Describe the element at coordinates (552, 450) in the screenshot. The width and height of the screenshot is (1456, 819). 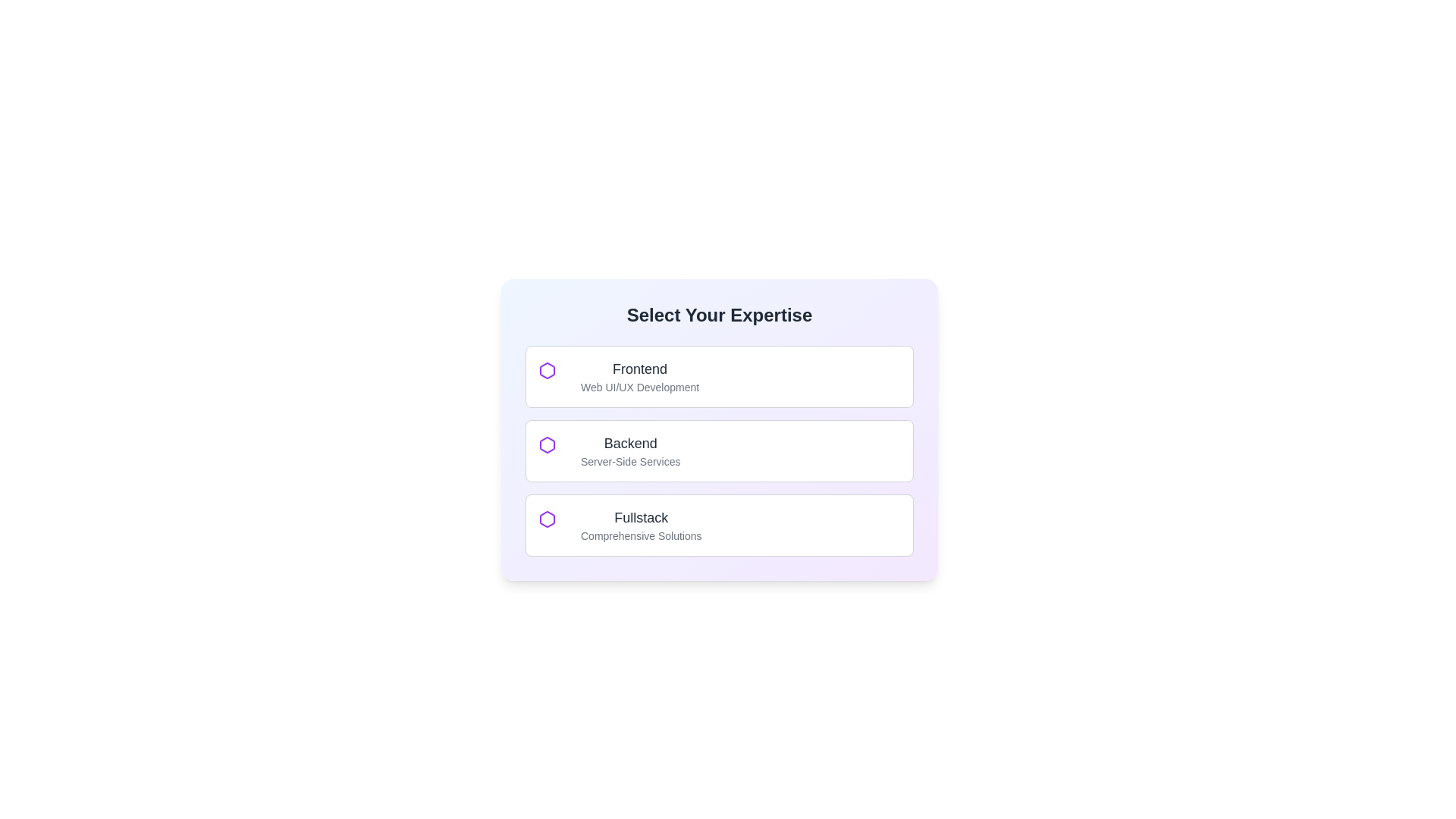
I see `the visually distinct hexagon icon with a purple outline located to the left of the 'Backend' text` at that location.